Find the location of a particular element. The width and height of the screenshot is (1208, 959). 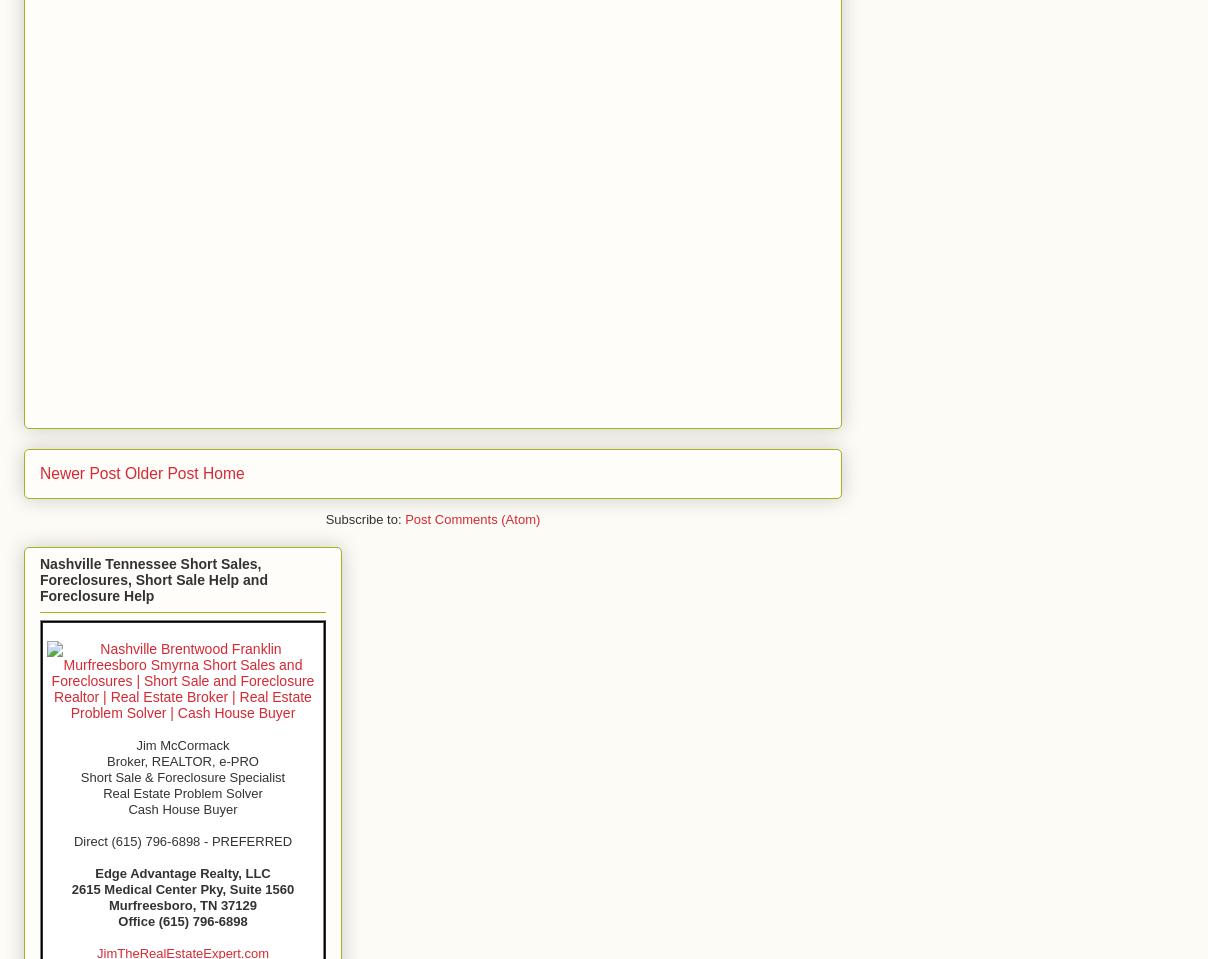

'Broker, REALTOR, e-PRO' is located at coordinates (182, 761).